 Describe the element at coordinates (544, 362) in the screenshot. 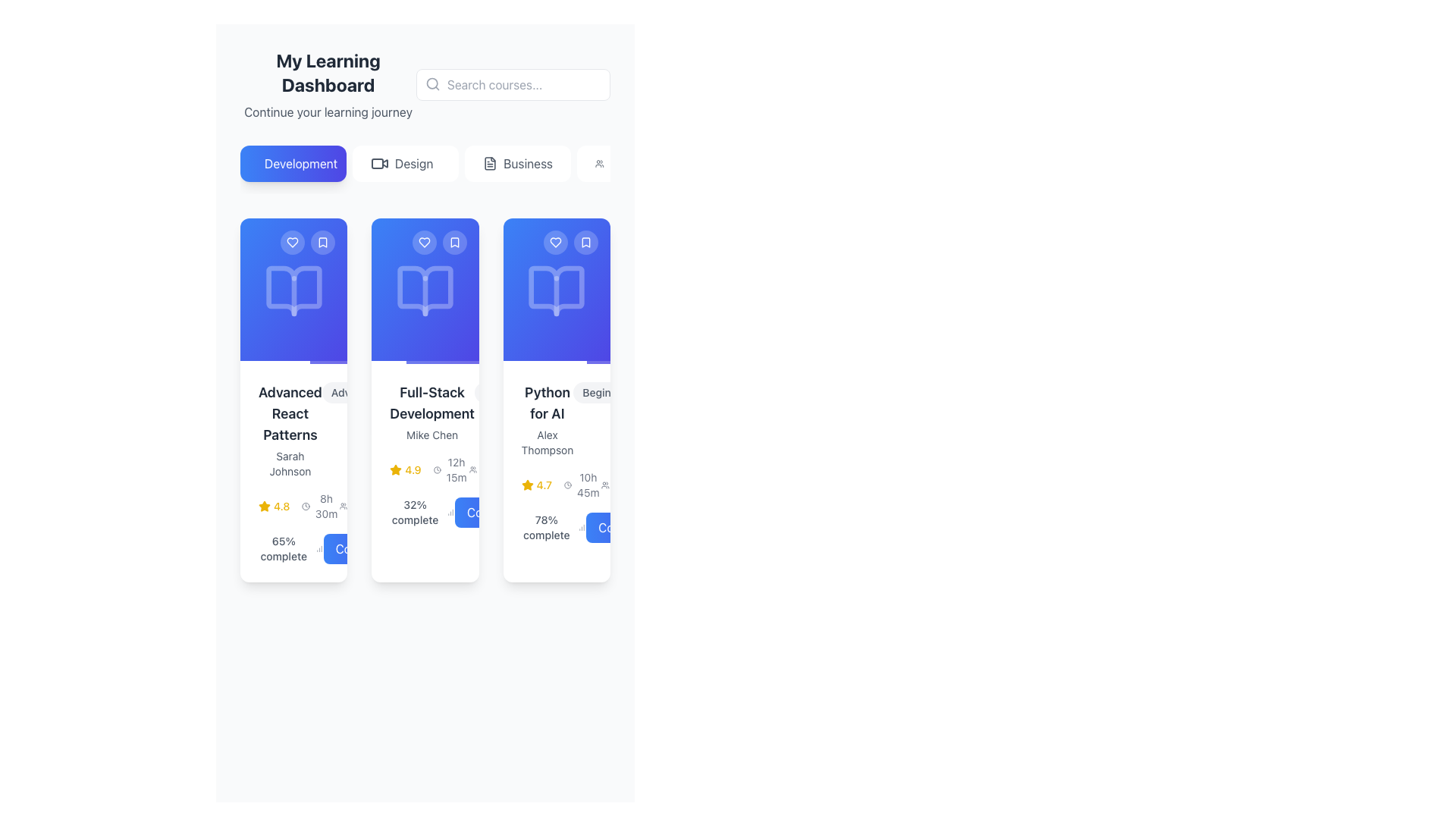

I see `the Progress Bar styled in white that serves as a progress indicator underneath the 'Python for AI' card in the third column of the grid layout` at that location.